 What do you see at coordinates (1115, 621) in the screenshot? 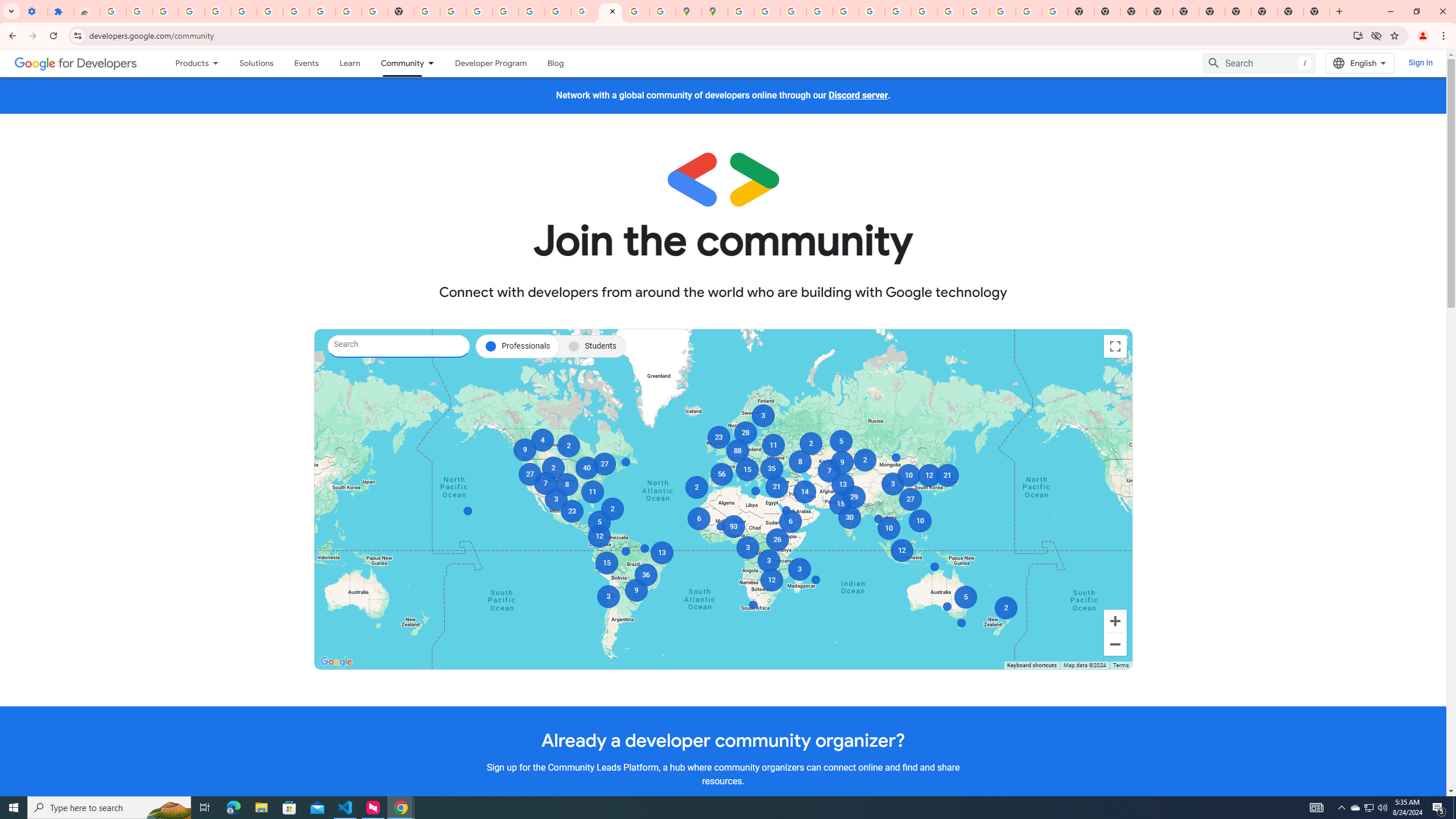
I see `'Zoom in'` at bounding box center [1115, 621].